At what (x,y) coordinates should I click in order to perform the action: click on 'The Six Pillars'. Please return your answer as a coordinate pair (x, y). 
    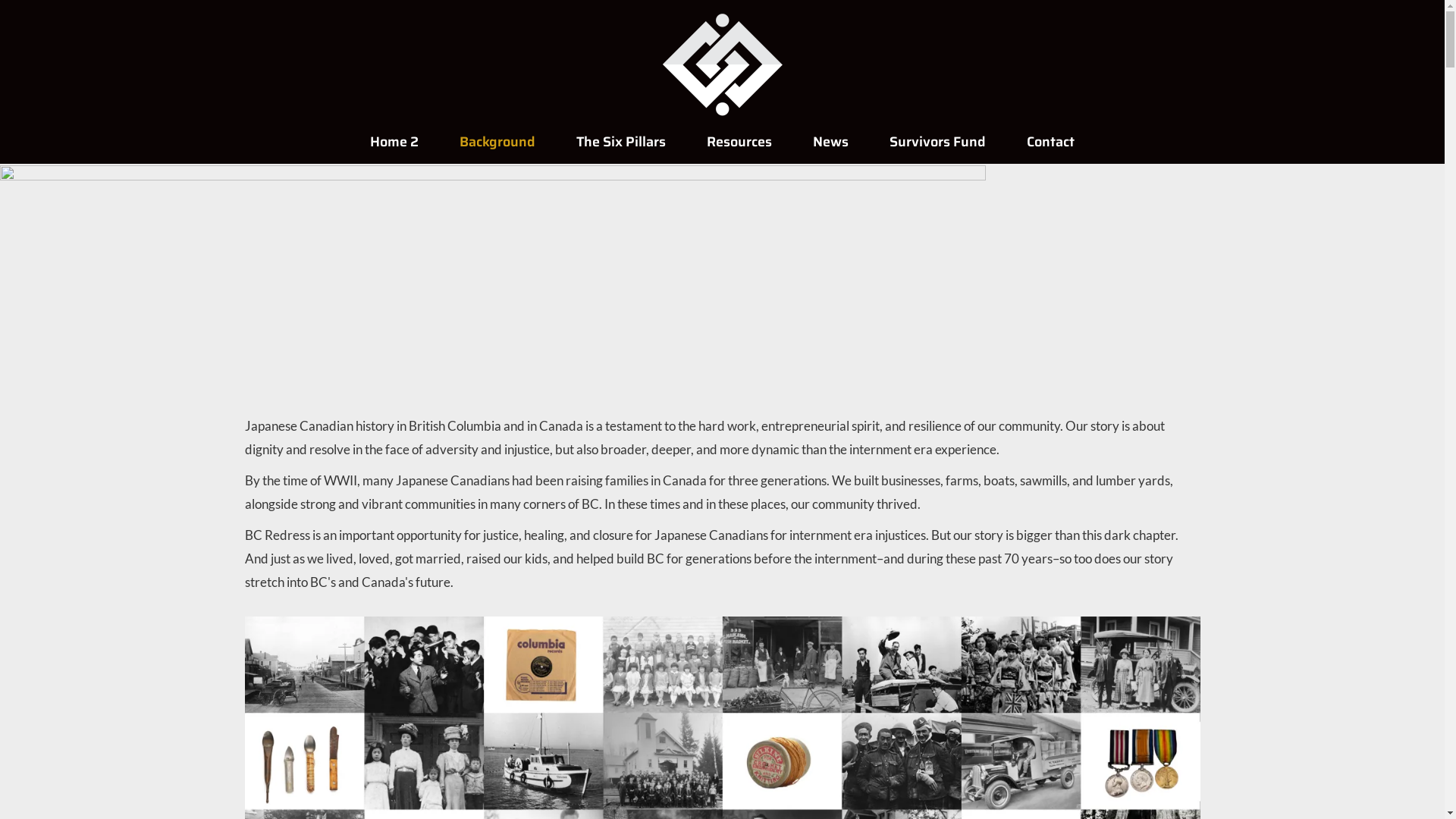
    Looking at the image, I should click on (621, 141).